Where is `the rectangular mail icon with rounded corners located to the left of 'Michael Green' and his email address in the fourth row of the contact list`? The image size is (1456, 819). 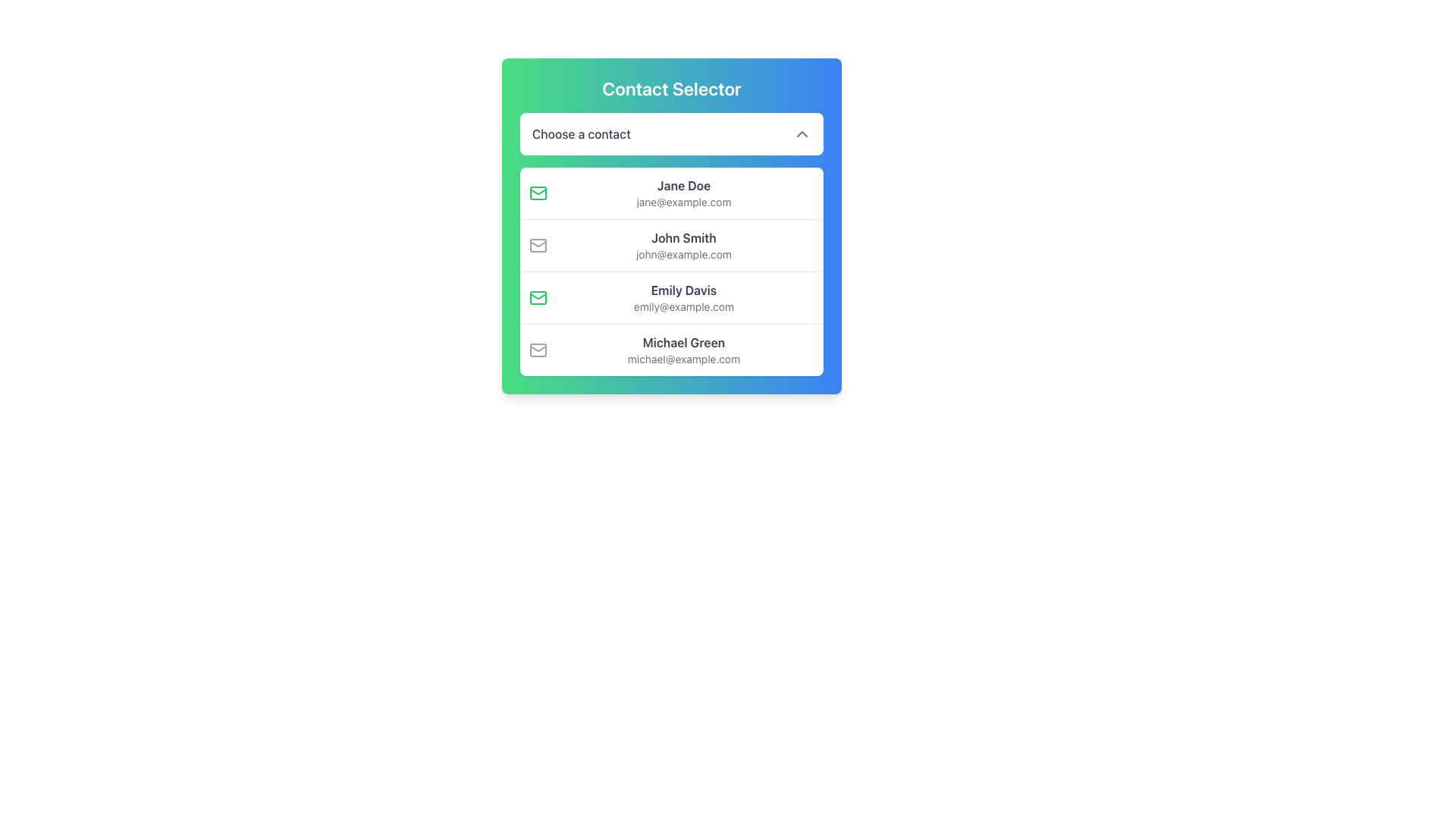
the rectangular mail icon with rounded corners located to the left of 'Michael Green' and his email address in the fourth row of the contact list is located at coordinates (538, 350).